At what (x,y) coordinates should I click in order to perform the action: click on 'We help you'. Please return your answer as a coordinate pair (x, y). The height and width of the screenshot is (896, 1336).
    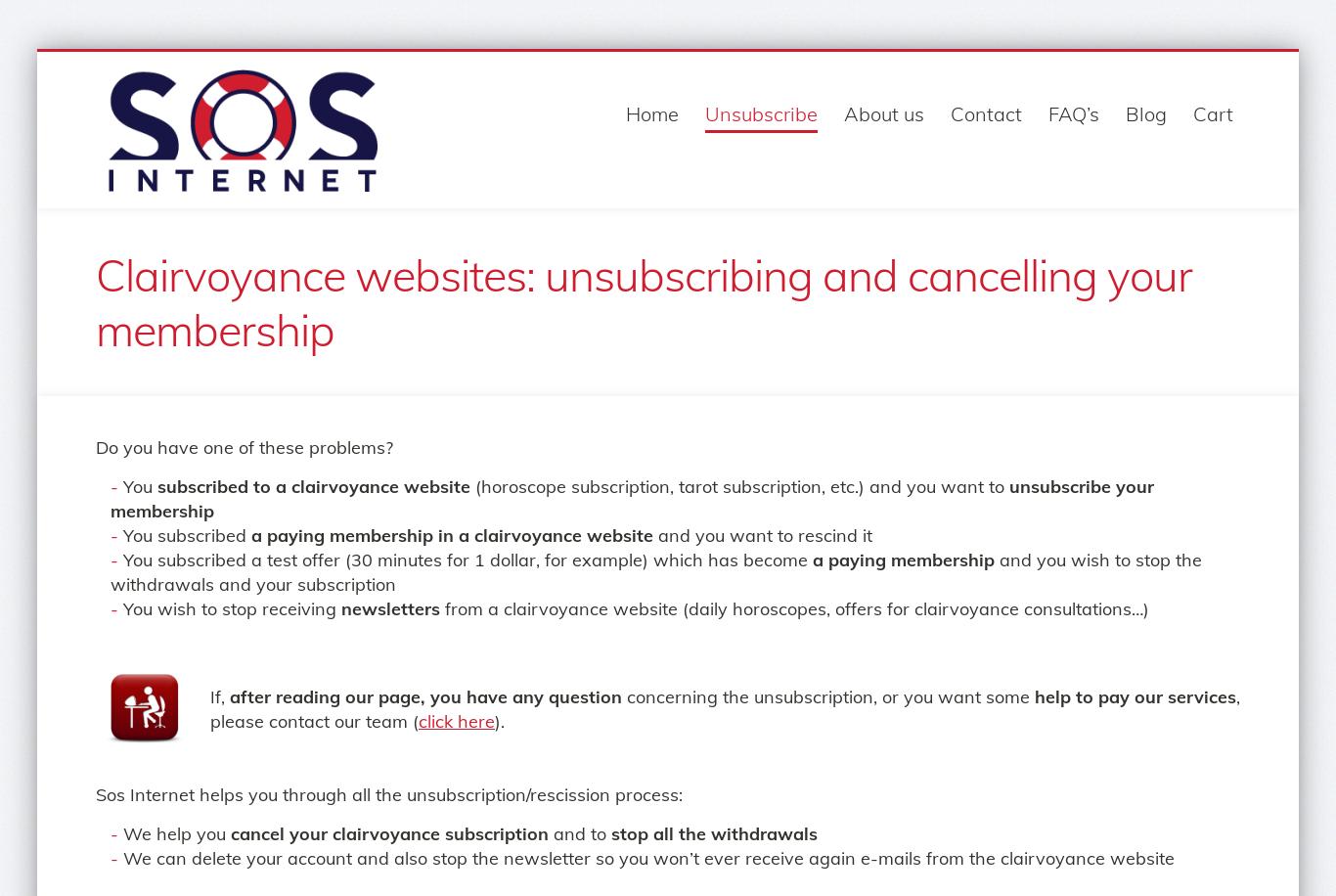
    Looking at the image, I should click on (175, 833).